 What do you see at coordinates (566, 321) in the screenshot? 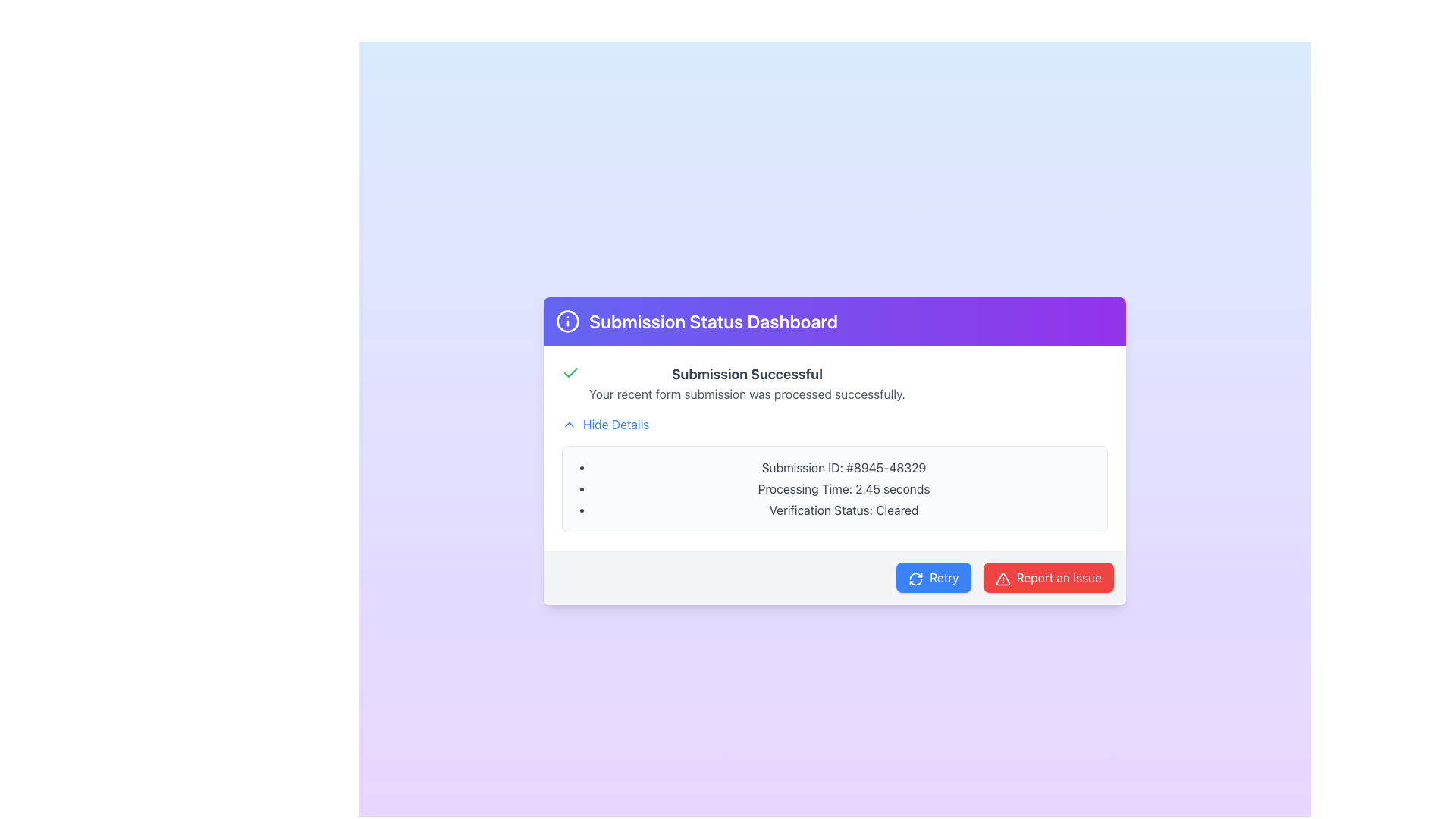
I see `the circular icon with an 'i' character inside, located in the top-left corner of the purple header bar titled 'Submission Status Dashboard'` at bounding box center [566, 321].